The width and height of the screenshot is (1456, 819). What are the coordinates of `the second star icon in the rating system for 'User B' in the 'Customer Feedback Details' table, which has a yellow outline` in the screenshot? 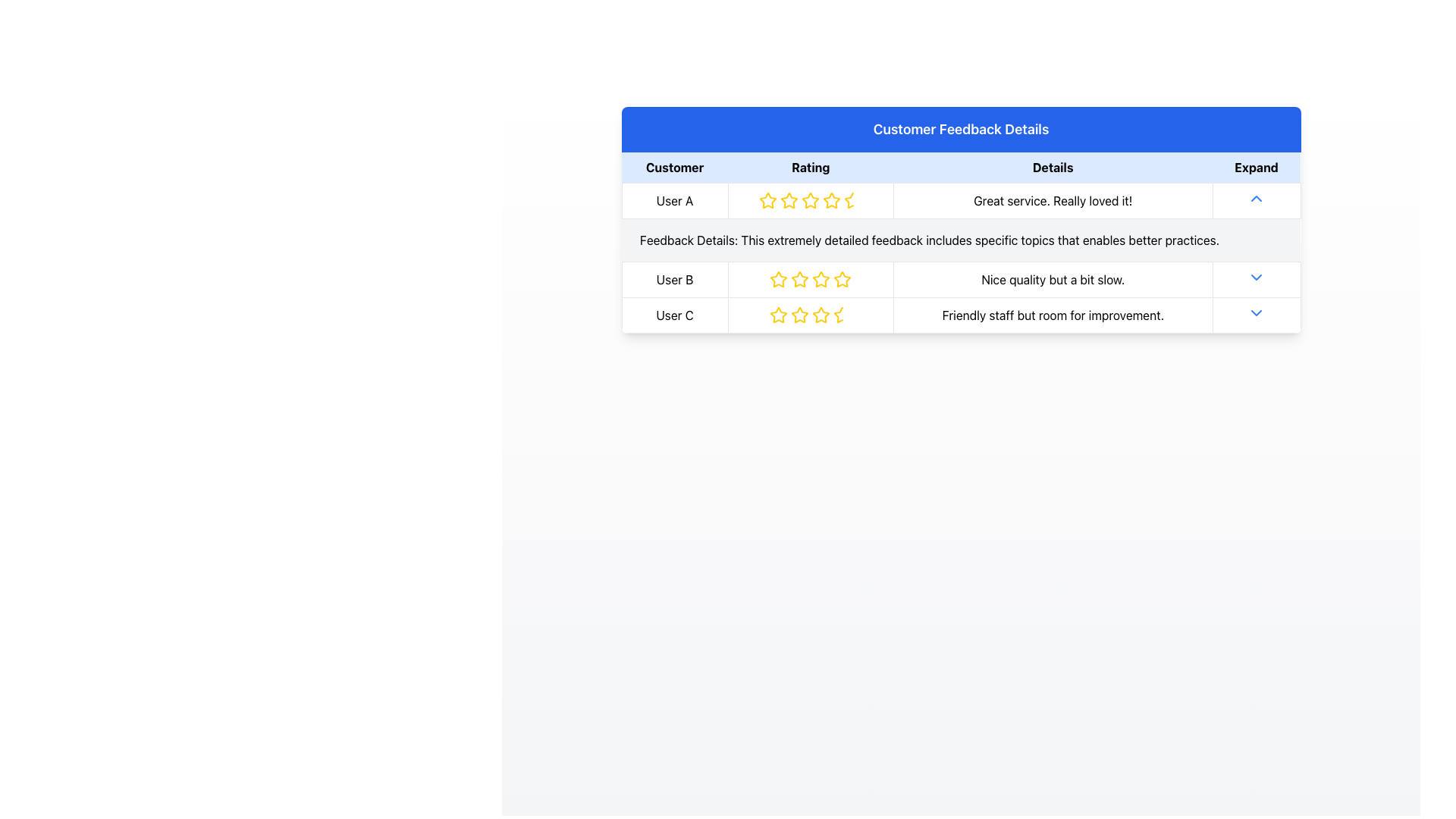 It's located at (799, 279).